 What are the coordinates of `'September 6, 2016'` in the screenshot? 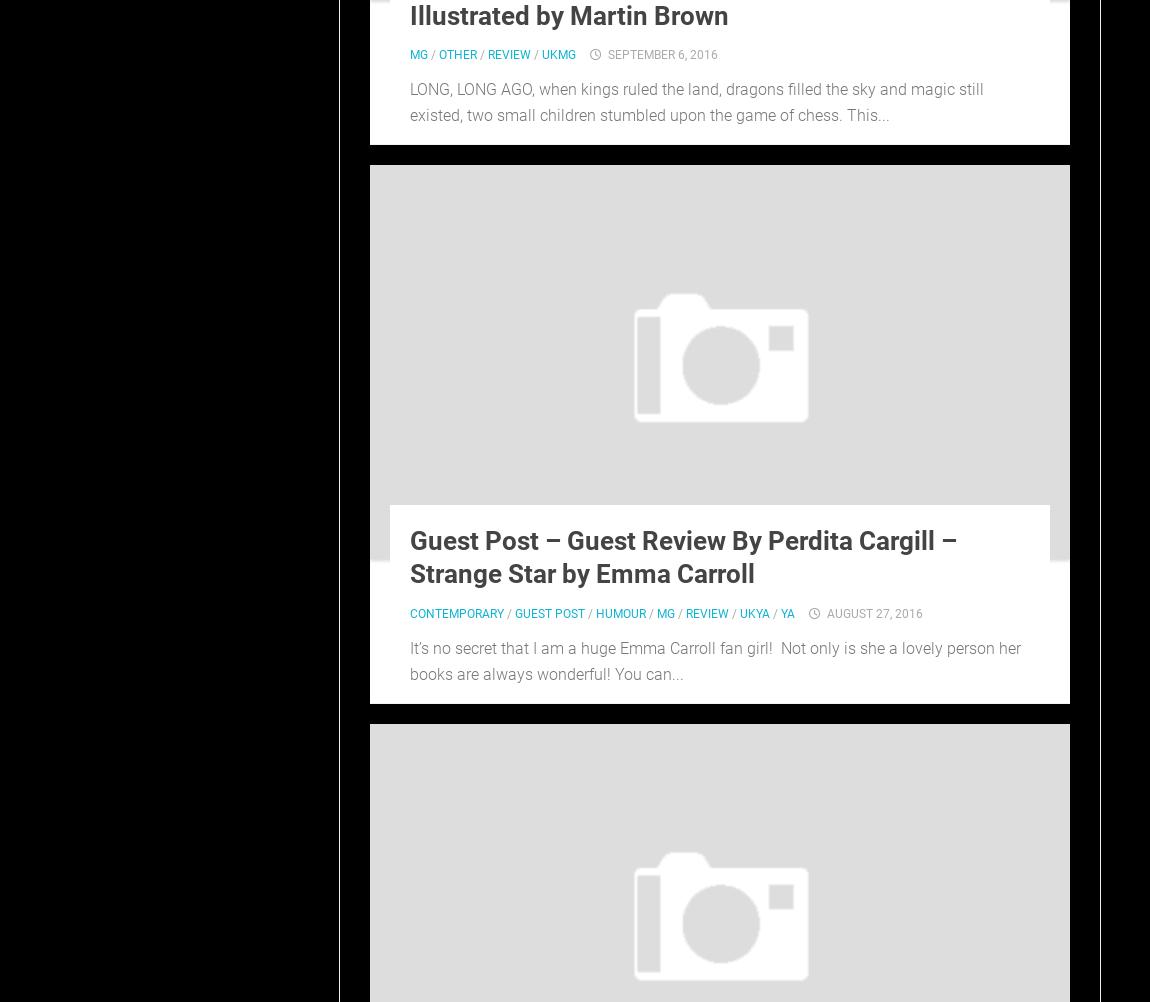 It's located at (661, 55).